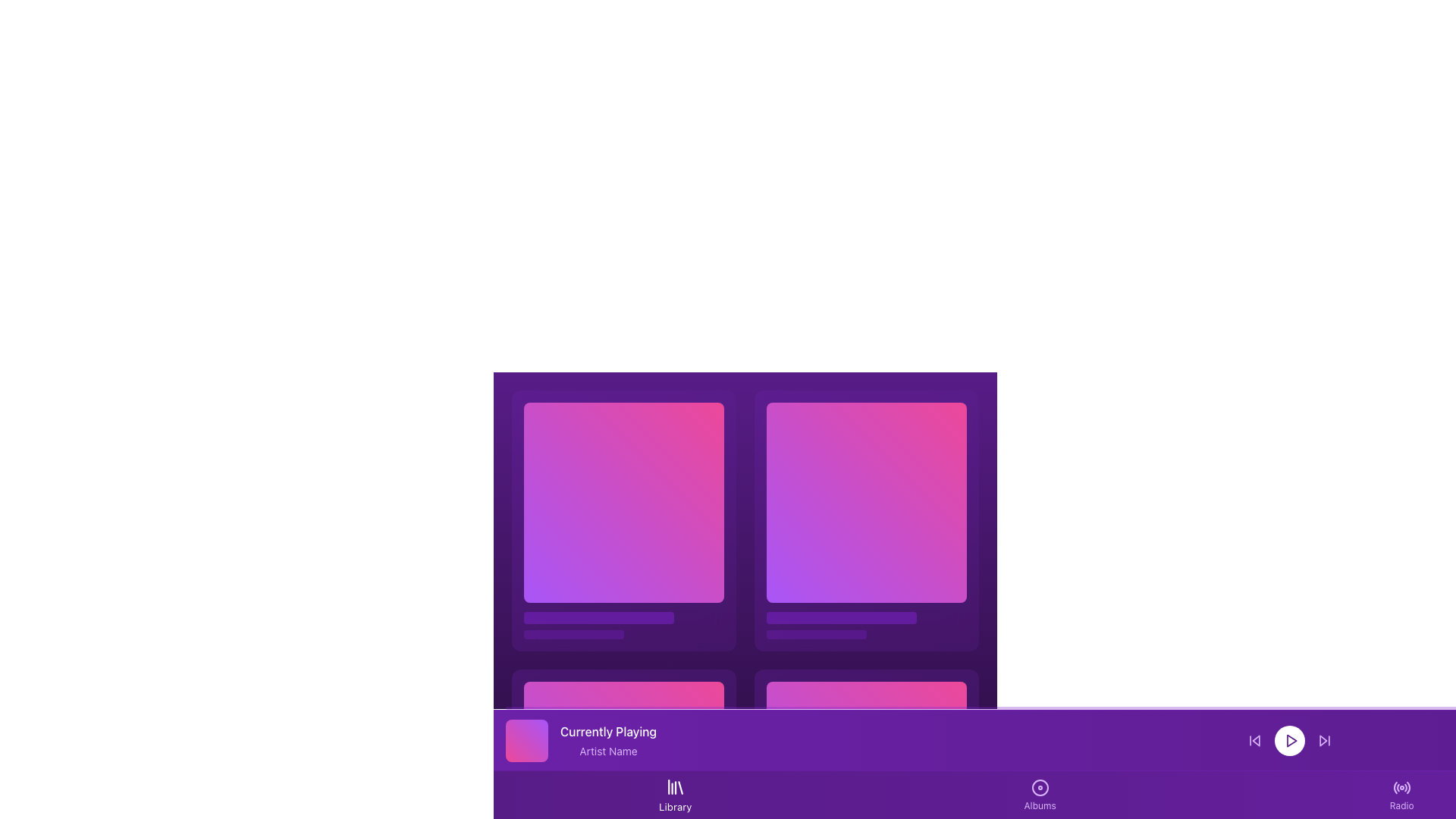  What do you see at coordinates (1407, 786) in the screenshot?
I see `attributes of the fifth segment of the circular radio wave pattern within the SVG icon located in the right section of the interface navigation bar` at bounding box center [1407, 786].